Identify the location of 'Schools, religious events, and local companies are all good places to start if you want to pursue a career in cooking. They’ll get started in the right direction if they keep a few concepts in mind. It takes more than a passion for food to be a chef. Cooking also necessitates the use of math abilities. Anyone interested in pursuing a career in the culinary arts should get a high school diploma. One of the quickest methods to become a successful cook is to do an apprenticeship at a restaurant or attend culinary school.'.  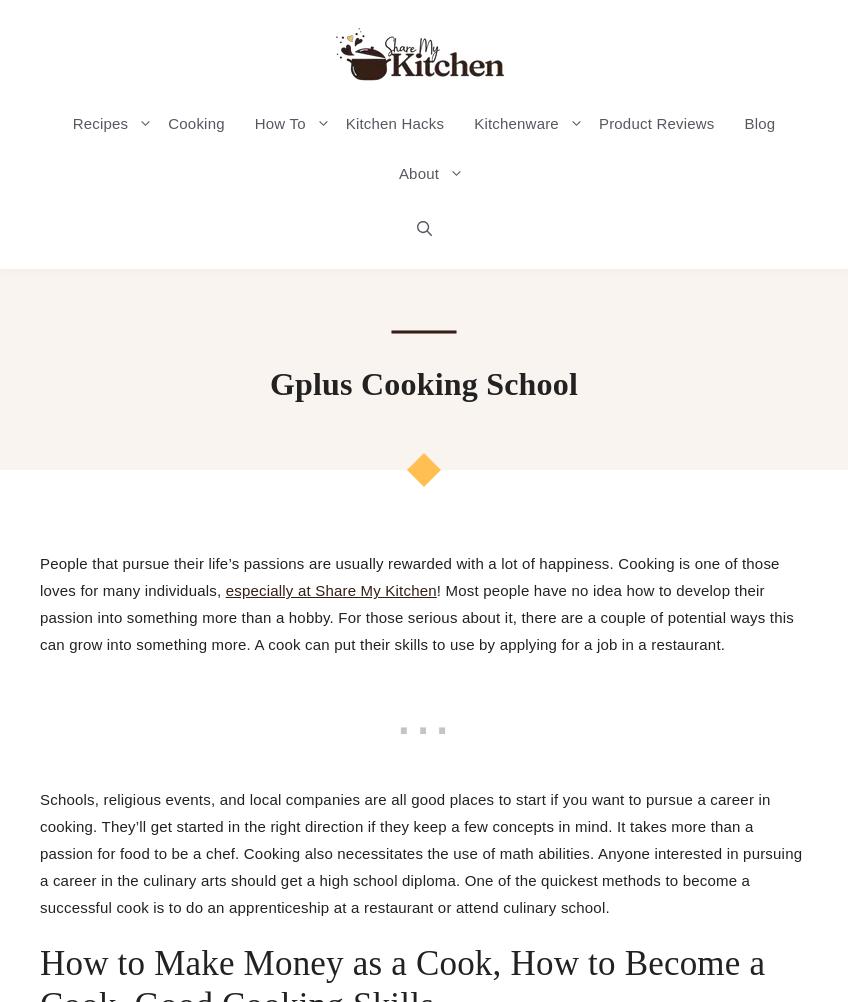
(421, 852).